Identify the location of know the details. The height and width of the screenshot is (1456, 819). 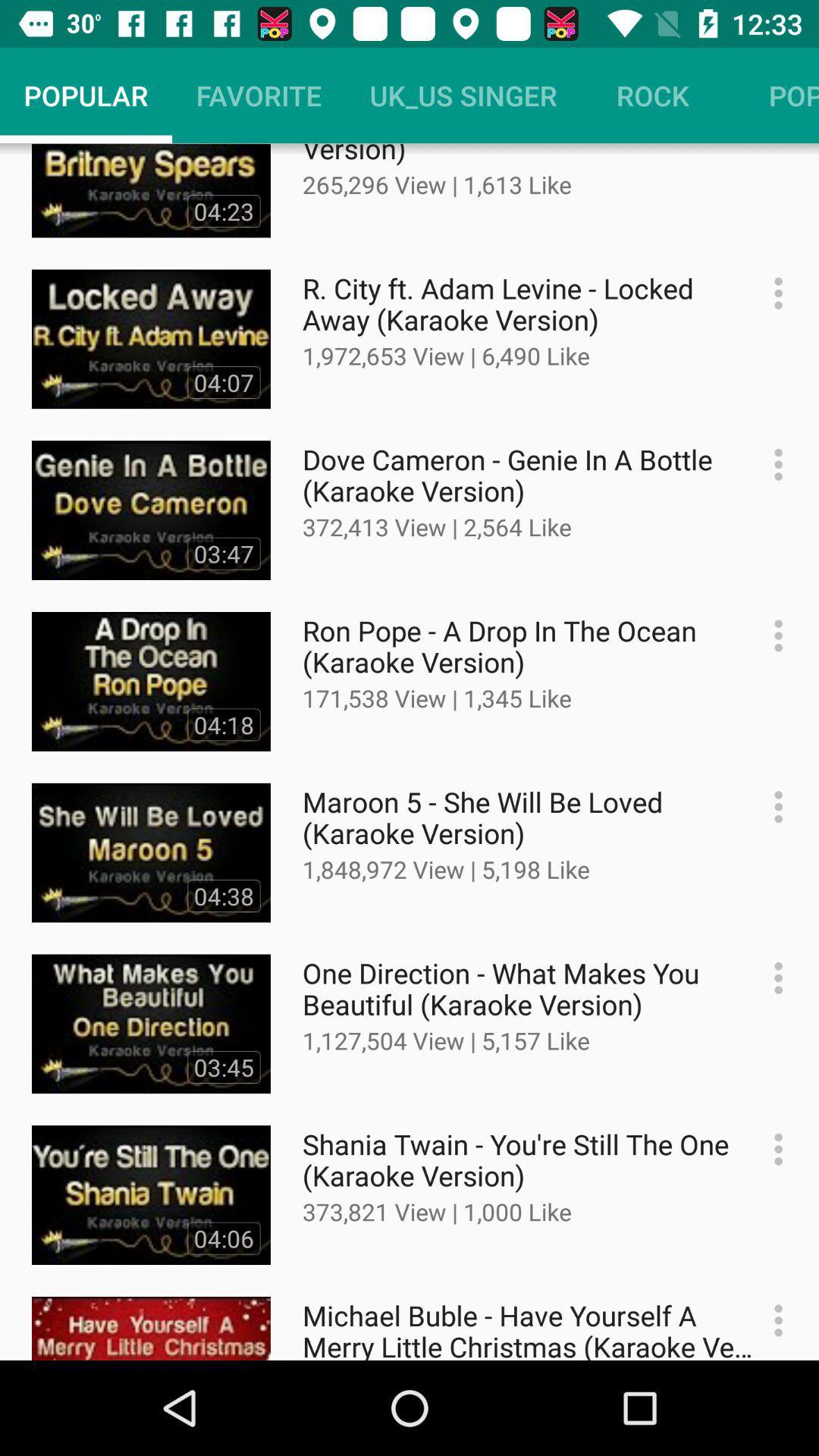
(770, 806).